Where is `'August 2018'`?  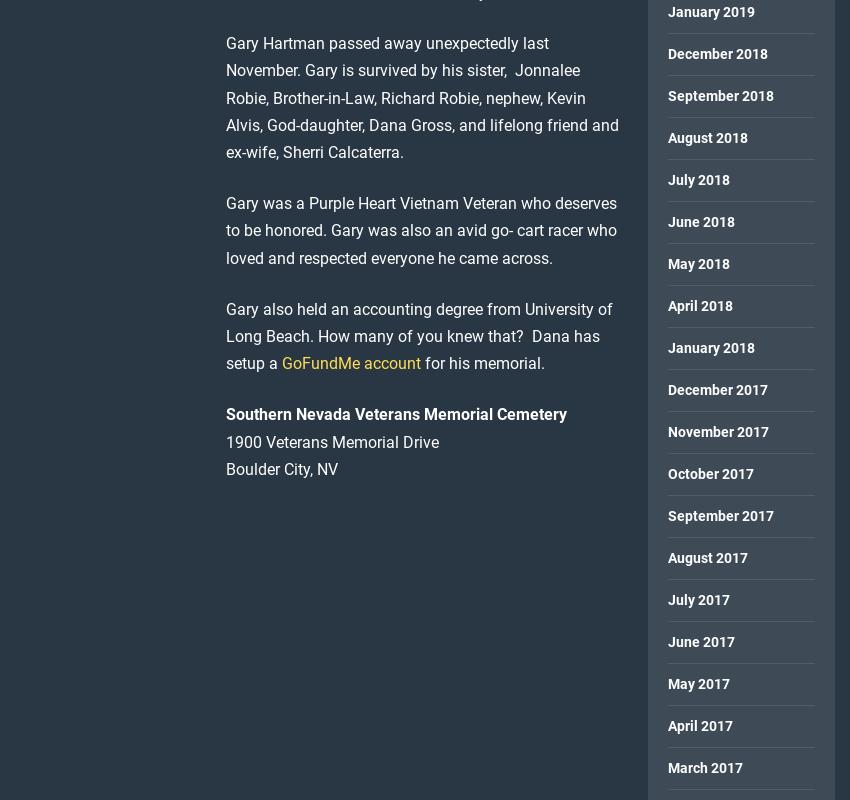
'August 2018' is located at coordinates (706, 137).